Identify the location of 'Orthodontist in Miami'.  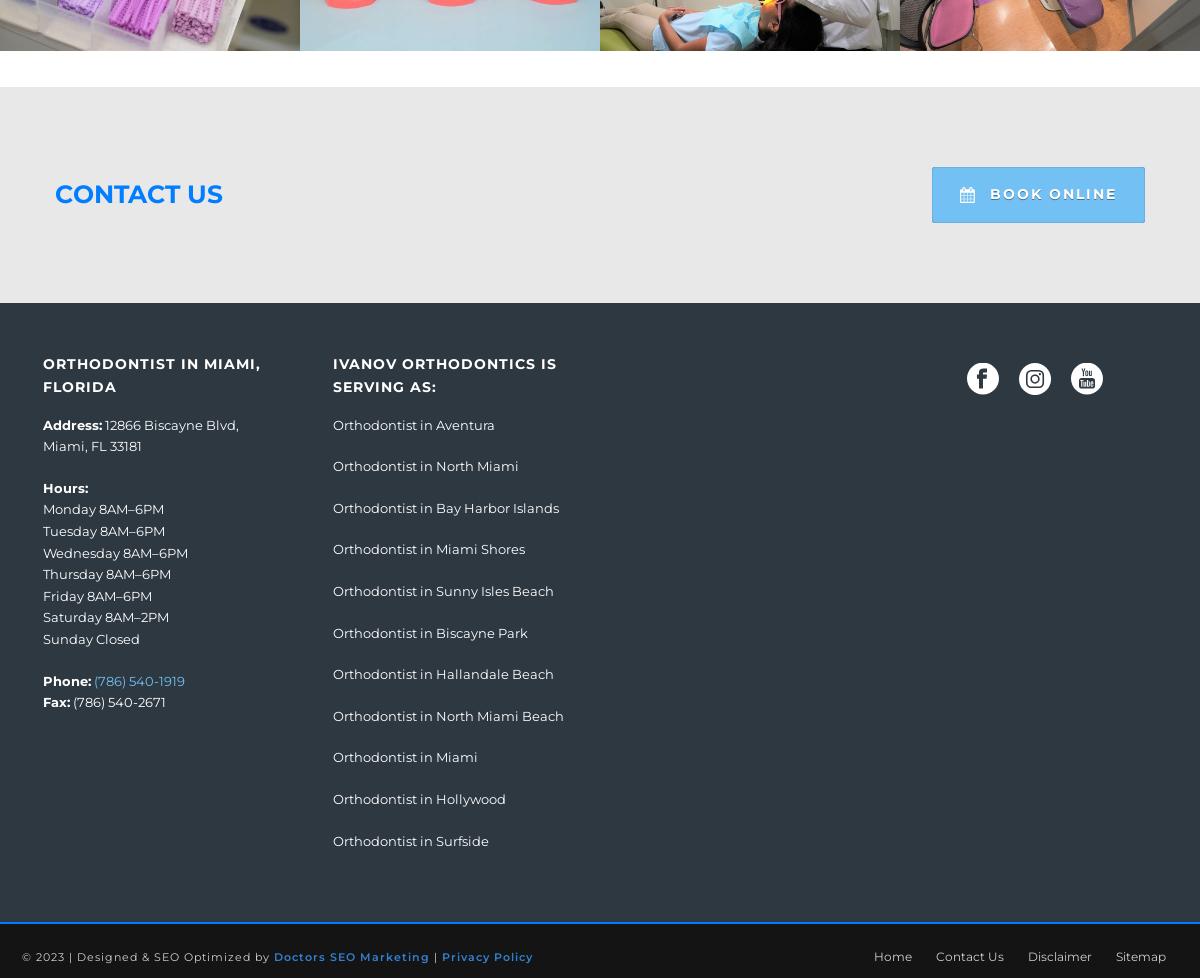
(405, 755).